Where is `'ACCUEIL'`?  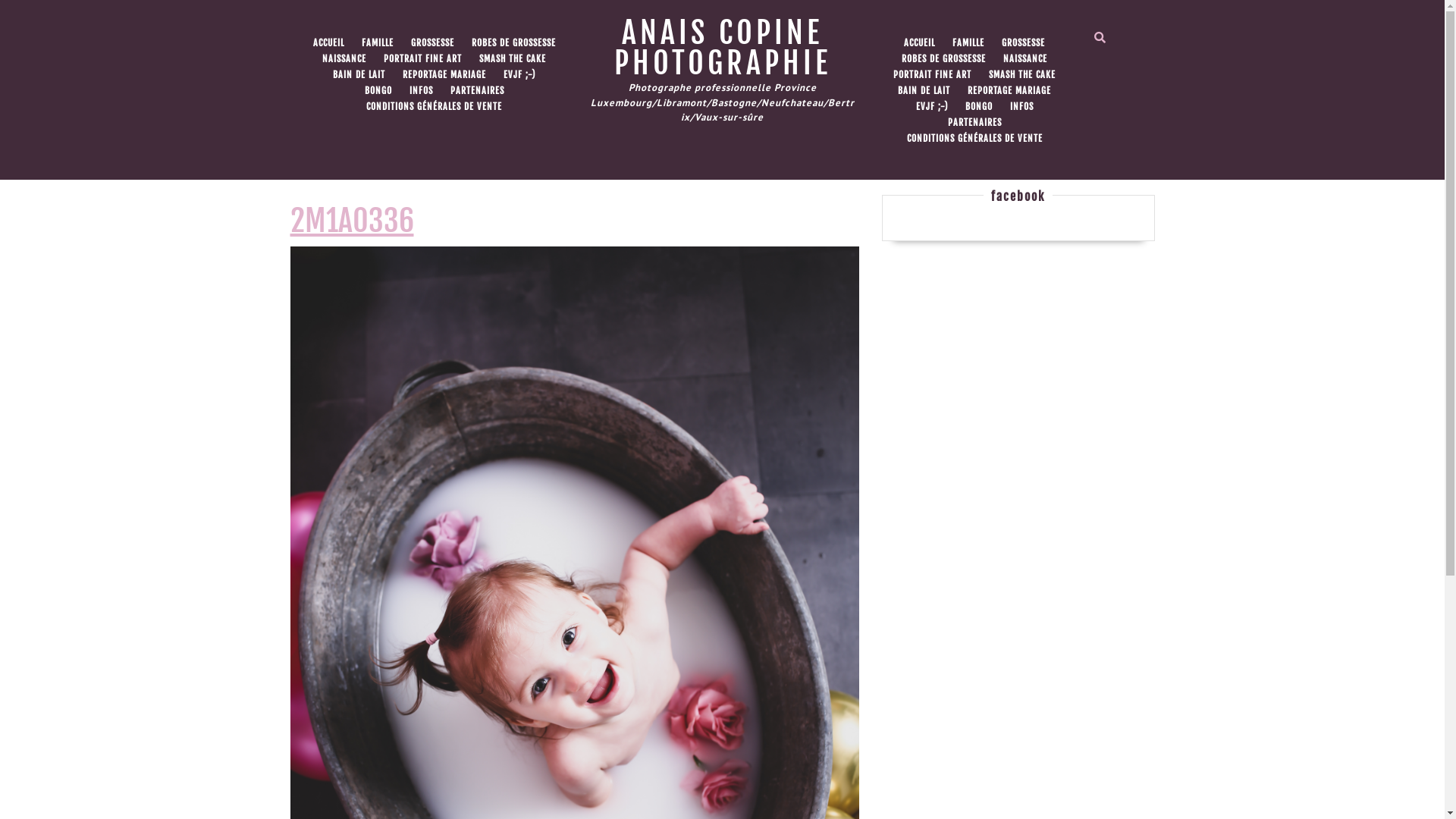 'ACCUEIL' is located at coordinates (327, 42).